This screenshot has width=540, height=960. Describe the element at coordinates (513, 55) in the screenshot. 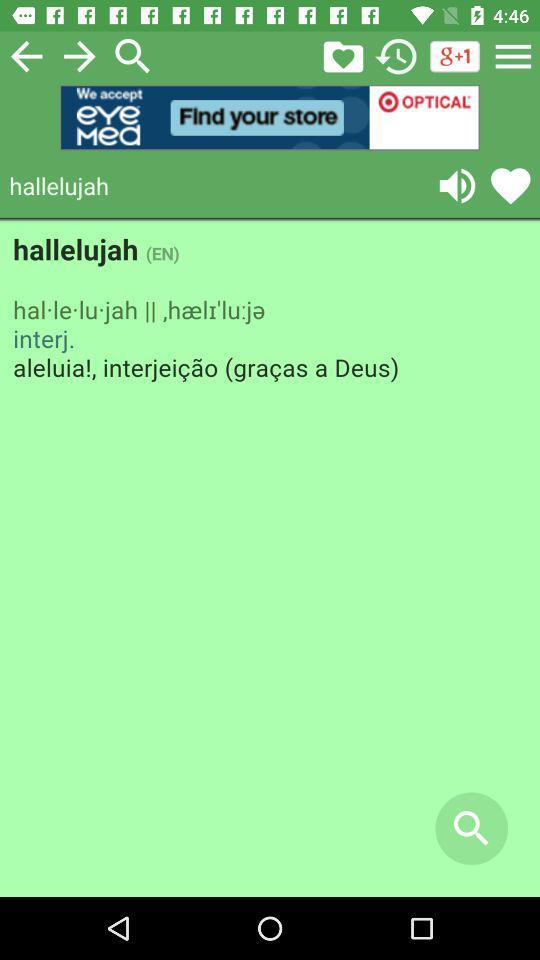

I see `more options` at that location.